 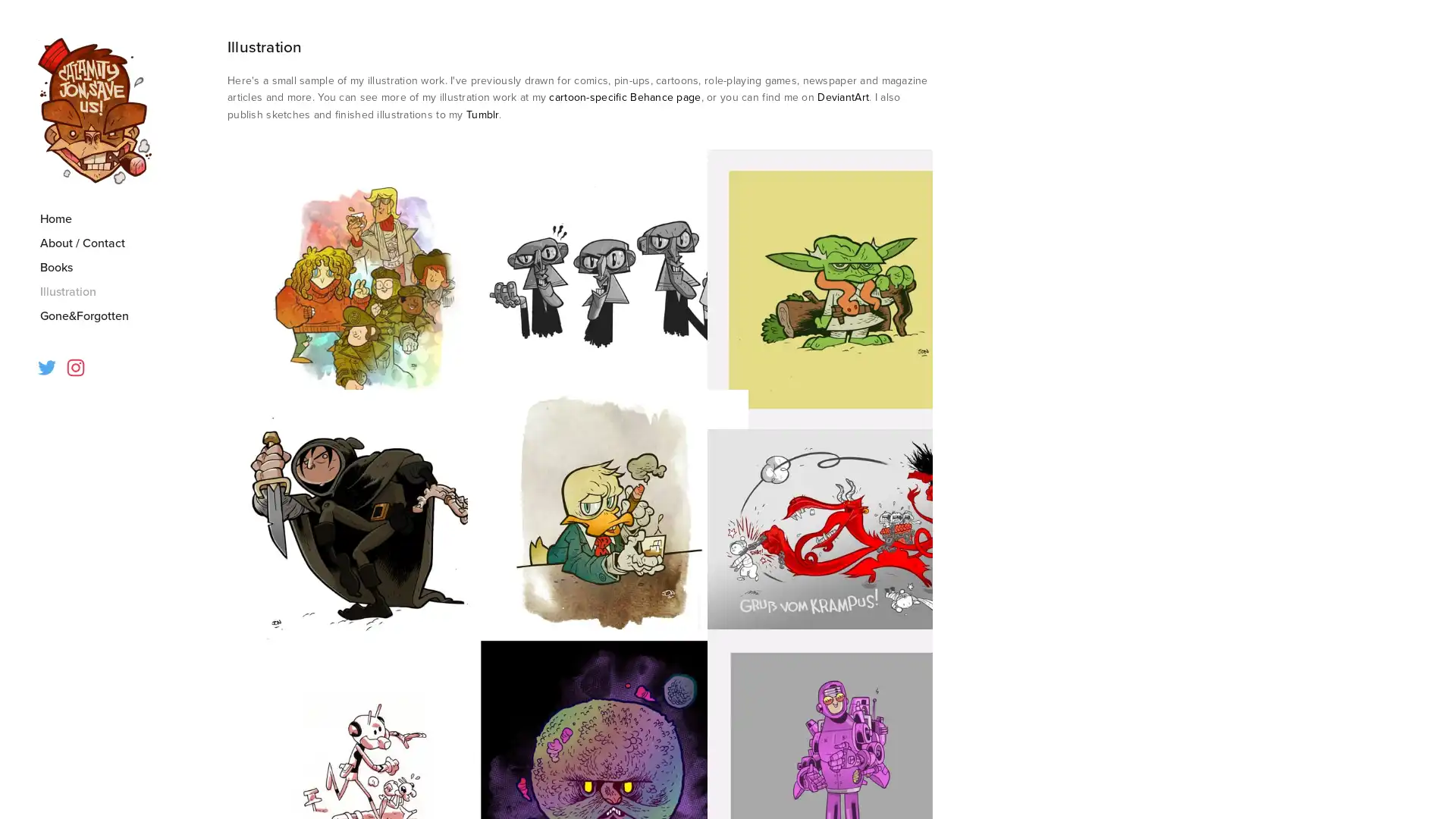 What do you see at coordinates (338, 260) in the screenshot?
I see `View fullsize illos01.jpg` at bounding box center [338, 260].